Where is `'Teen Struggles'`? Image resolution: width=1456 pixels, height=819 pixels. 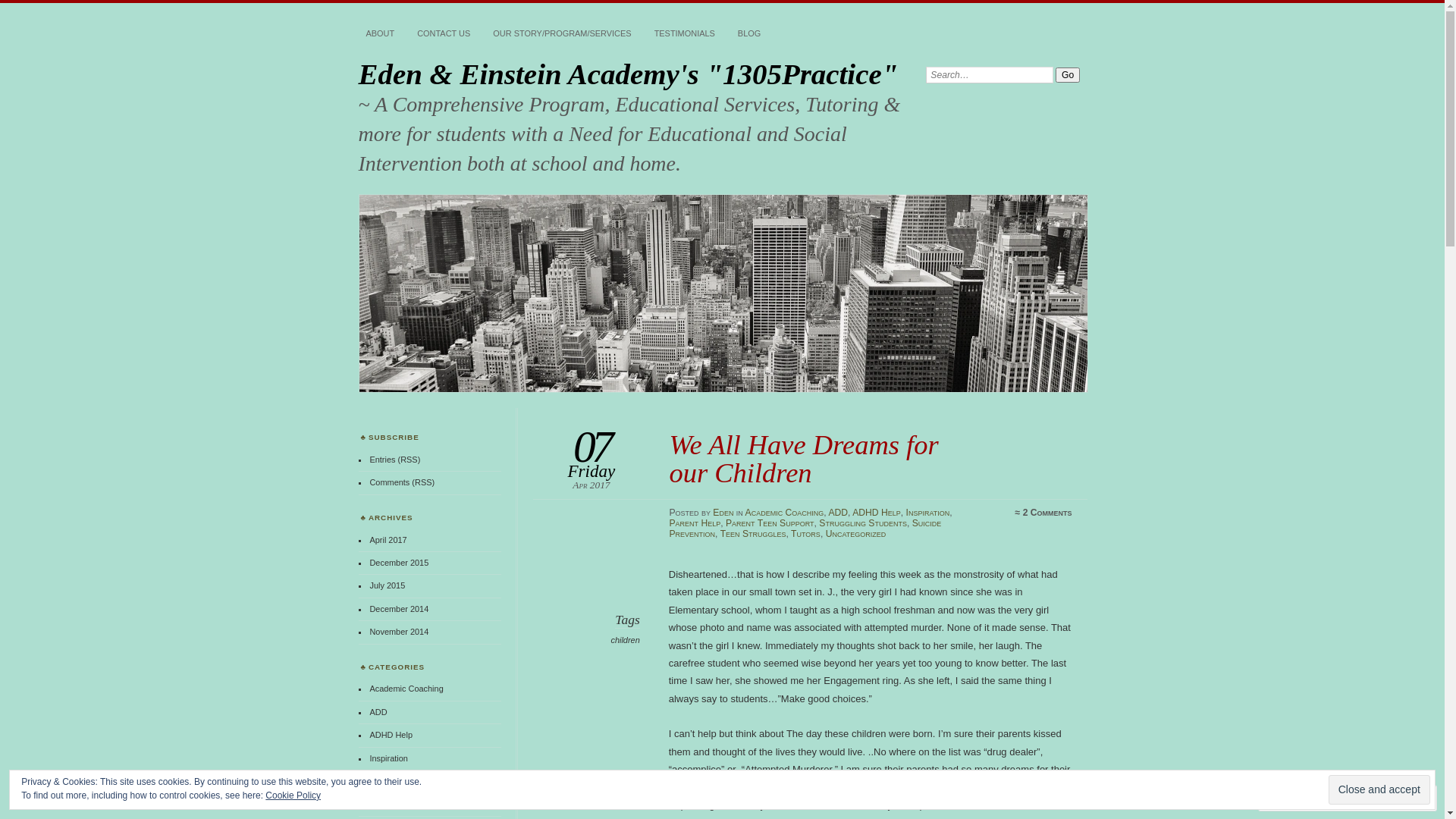
'Teen Struggles' is located at coordinates (753, 533).